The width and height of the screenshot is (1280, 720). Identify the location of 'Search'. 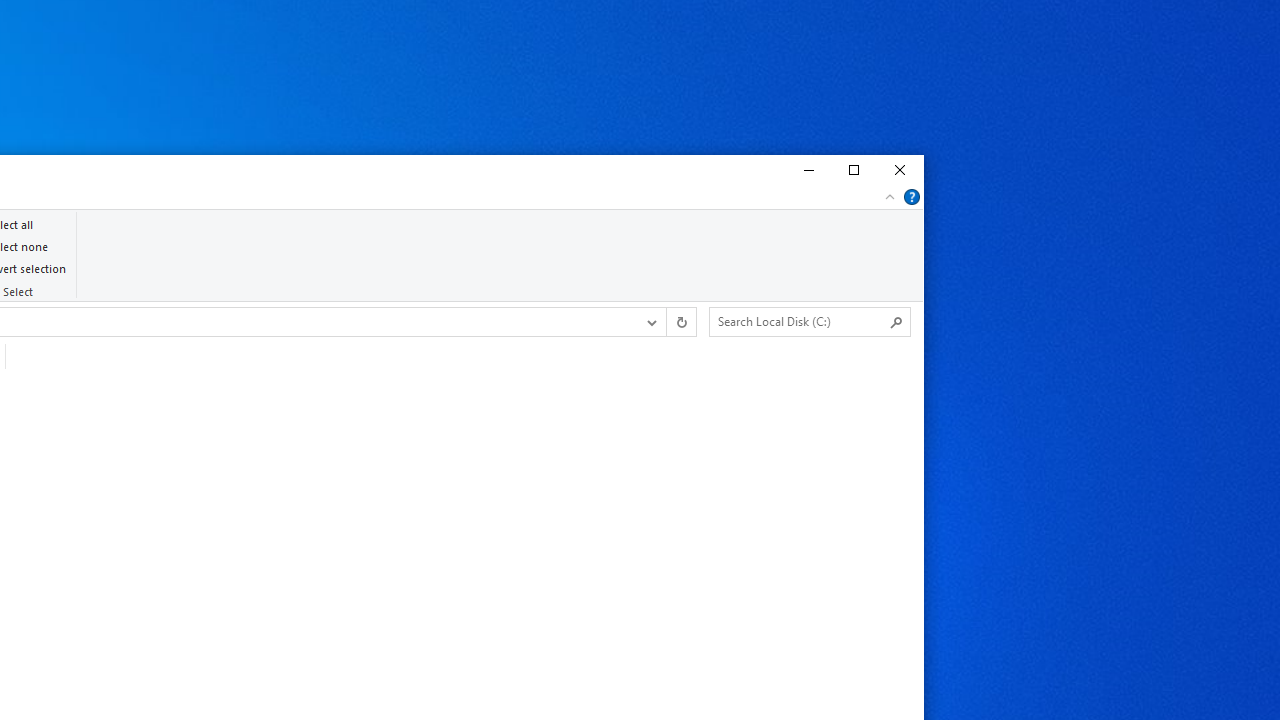
(896, 320).